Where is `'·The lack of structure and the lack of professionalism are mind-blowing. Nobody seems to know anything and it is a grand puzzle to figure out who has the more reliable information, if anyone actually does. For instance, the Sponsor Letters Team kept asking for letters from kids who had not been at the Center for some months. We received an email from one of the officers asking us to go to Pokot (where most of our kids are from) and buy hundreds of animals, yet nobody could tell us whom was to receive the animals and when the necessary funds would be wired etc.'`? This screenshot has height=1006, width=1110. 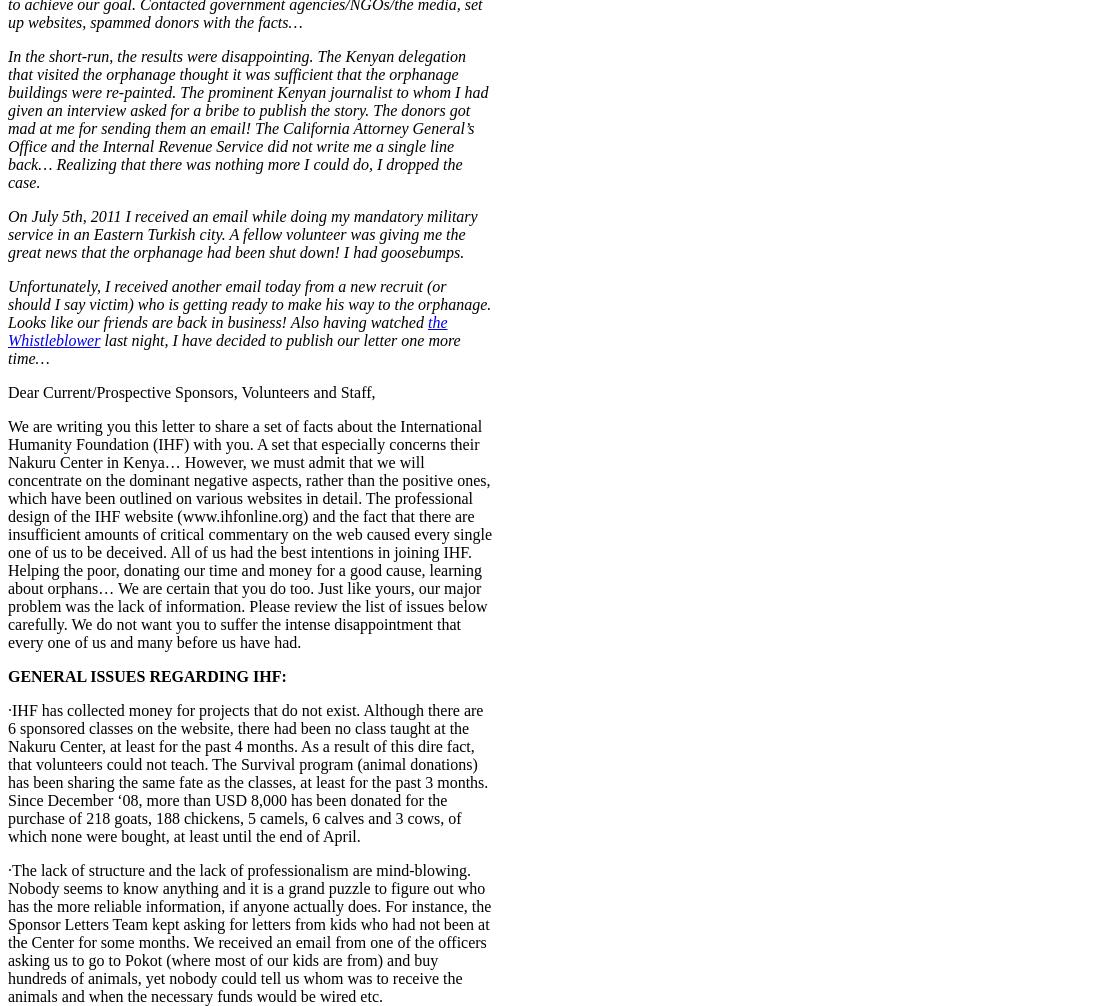
'·The lack of structure and the lack of professionalism are mind-blowing. Nobody seems to know anything and it is a grand puzzle to figure out who has the more reliable information, if anyone actually does. For instance, the Sponsor Letters Team kept asking for letters from kids who had not been at the Center for some months. We received an email from one of the officers asking us to go to Pokot (where most of our kids are from) and buy hundreds of animals, yet nobody could tell us whom was to receive the animals and when the necessary funds would be wired etc.' is located at coordinates (7, 931).